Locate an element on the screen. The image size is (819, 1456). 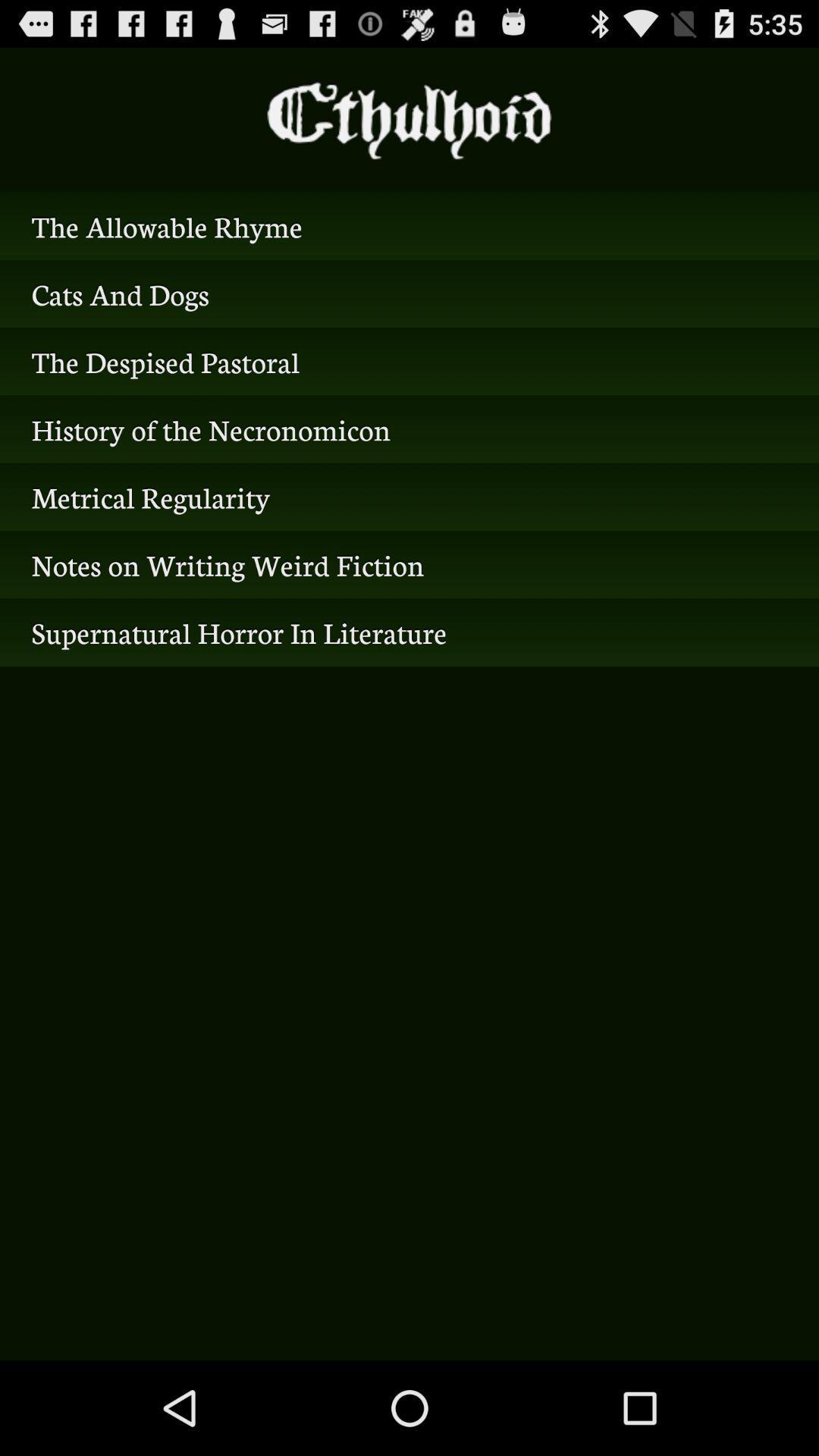
icon below notes on writing is located at coordinates (409, 632).